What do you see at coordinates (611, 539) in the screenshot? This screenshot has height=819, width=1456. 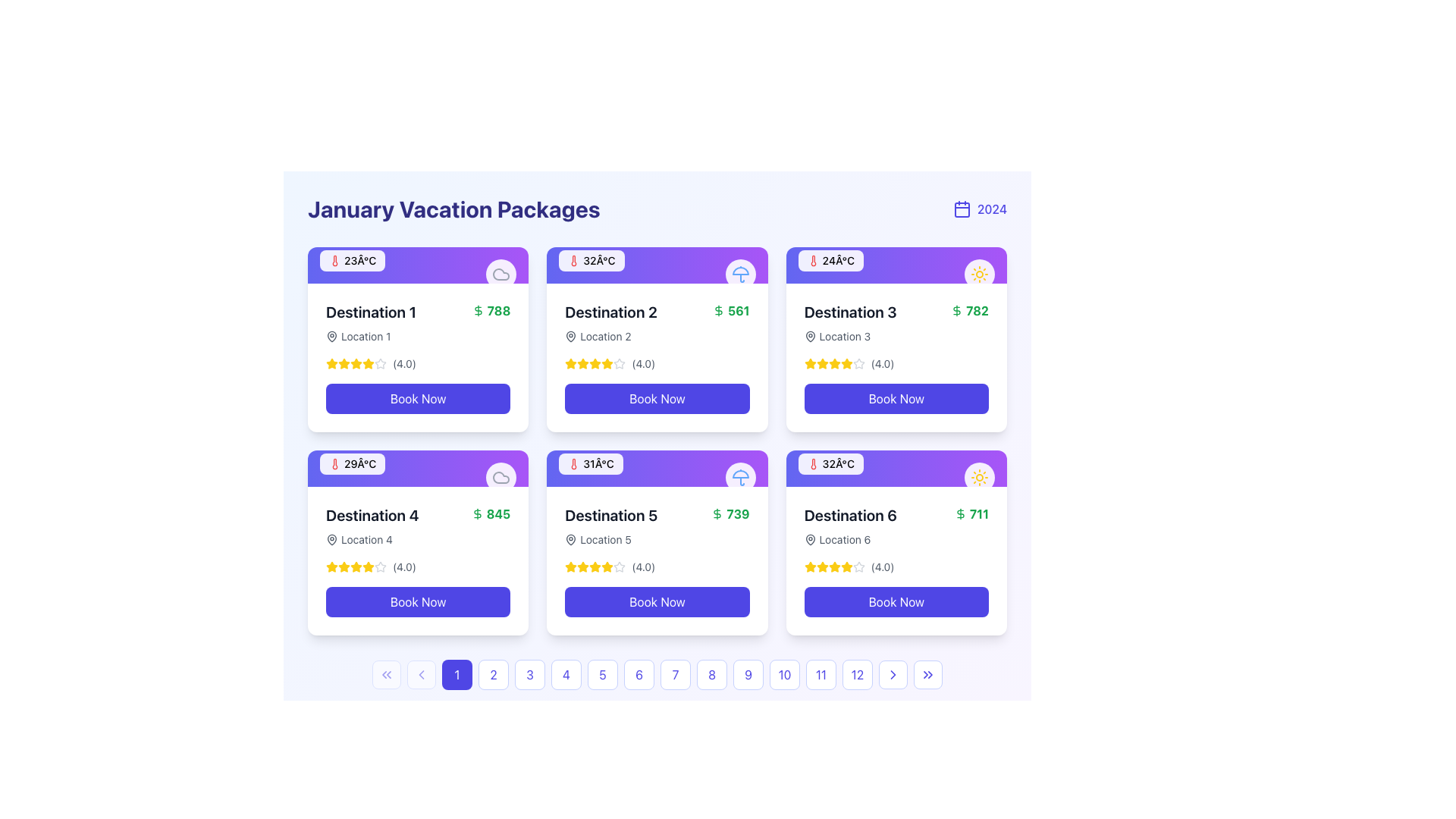 I see `the text label 'Location 5' with the location marker icon, which is positioned below the title 'Destination 5' and above the star rating section in the lower section of the card` at bounding box center [611, 539].